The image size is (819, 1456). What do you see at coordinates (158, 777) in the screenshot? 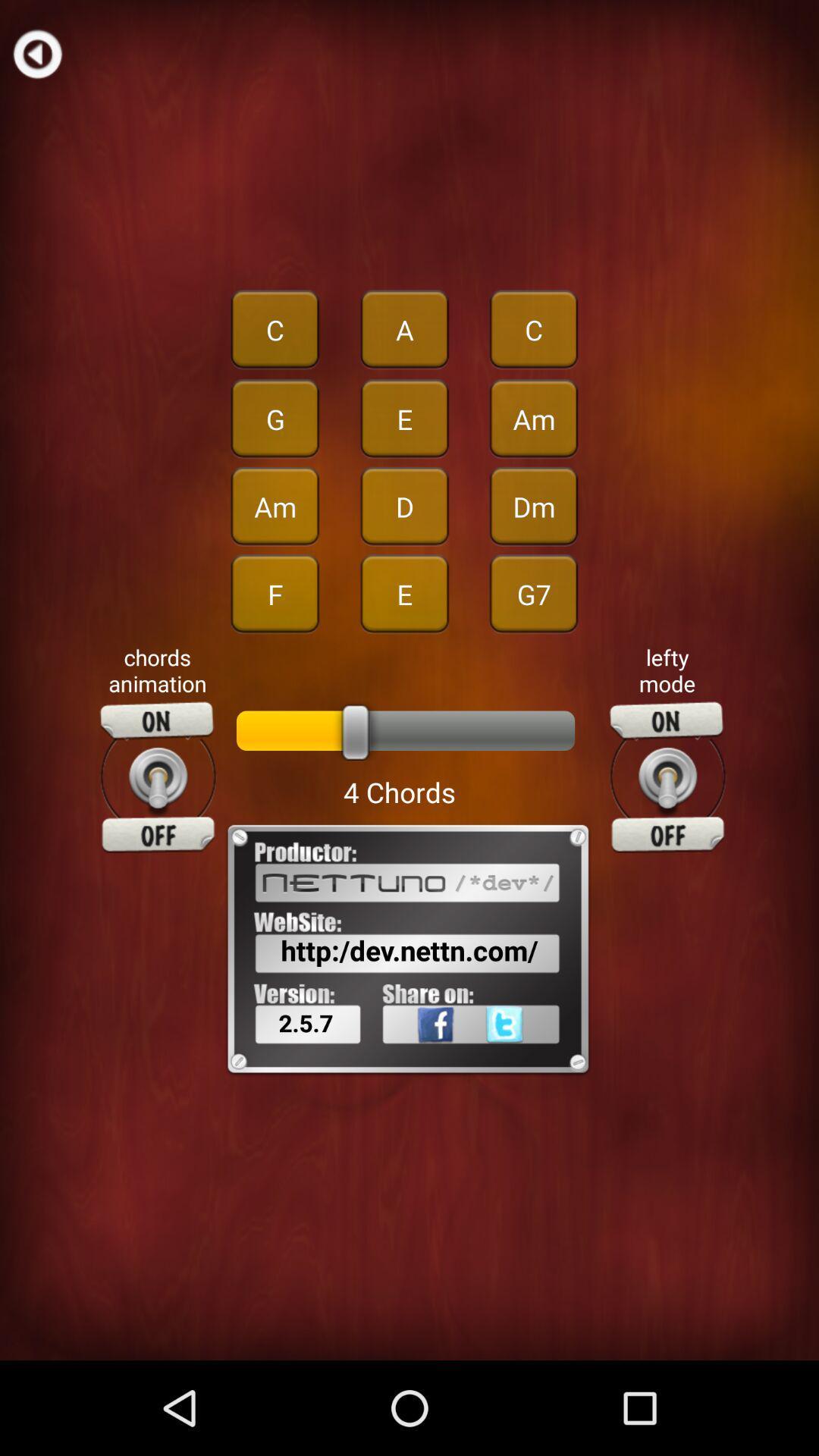
I see `switch on/off` at bounding box center [158, 777].